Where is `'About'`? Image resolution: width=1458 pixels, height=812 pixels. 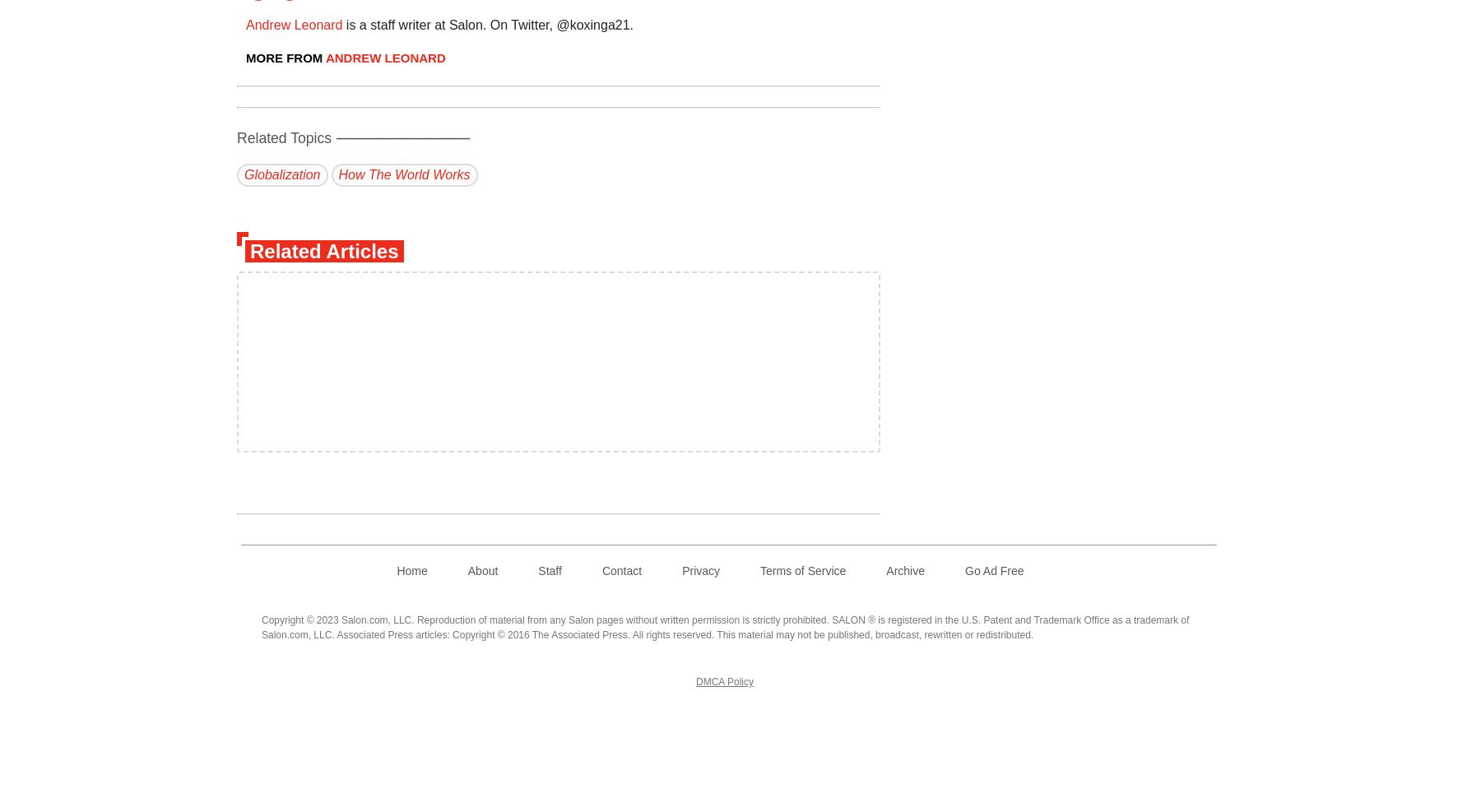
'About' is located at coordinates (482, 569).